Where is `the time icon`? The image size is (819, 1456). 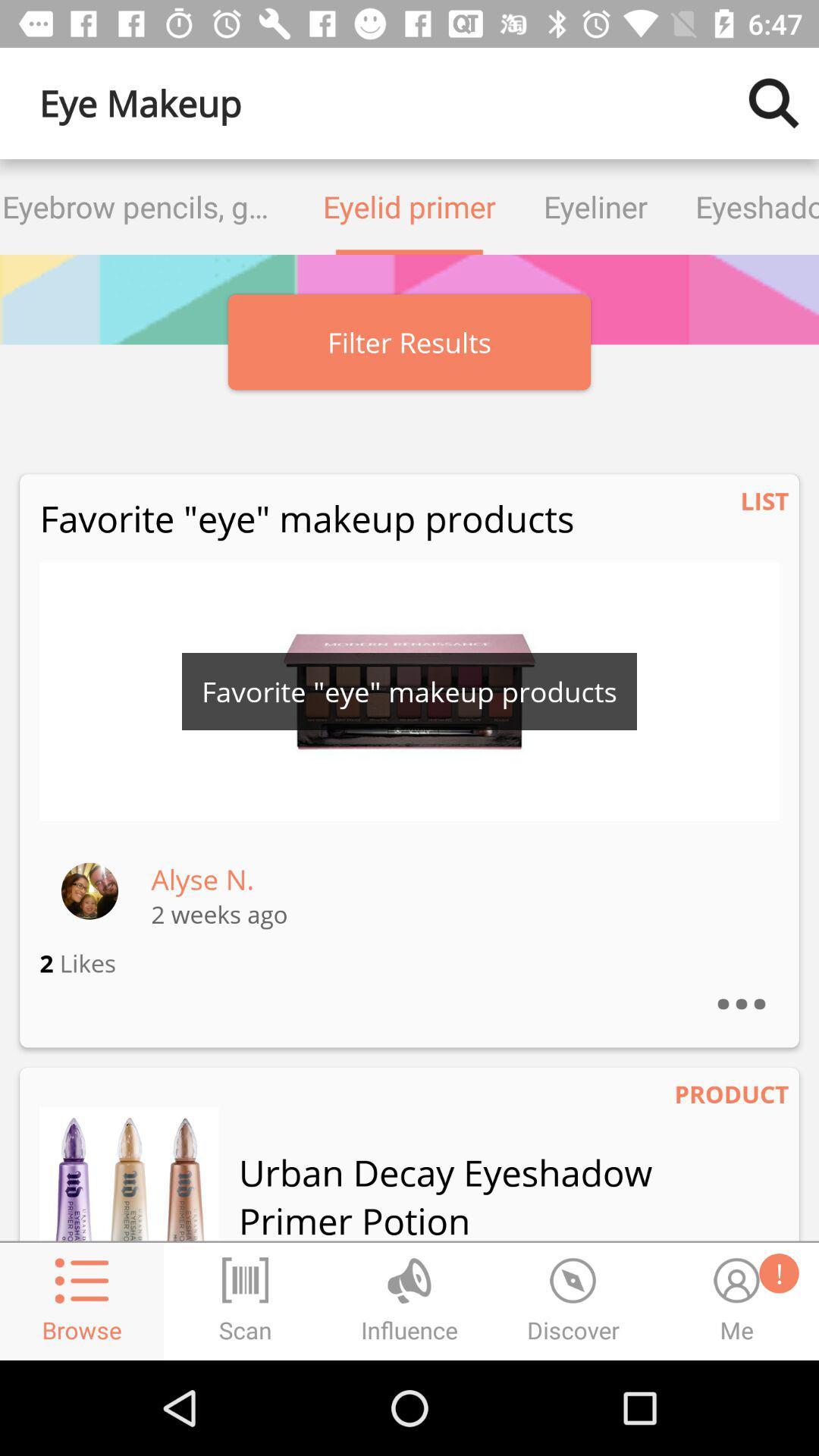 the time icon is located at coordinates (573, 1301).